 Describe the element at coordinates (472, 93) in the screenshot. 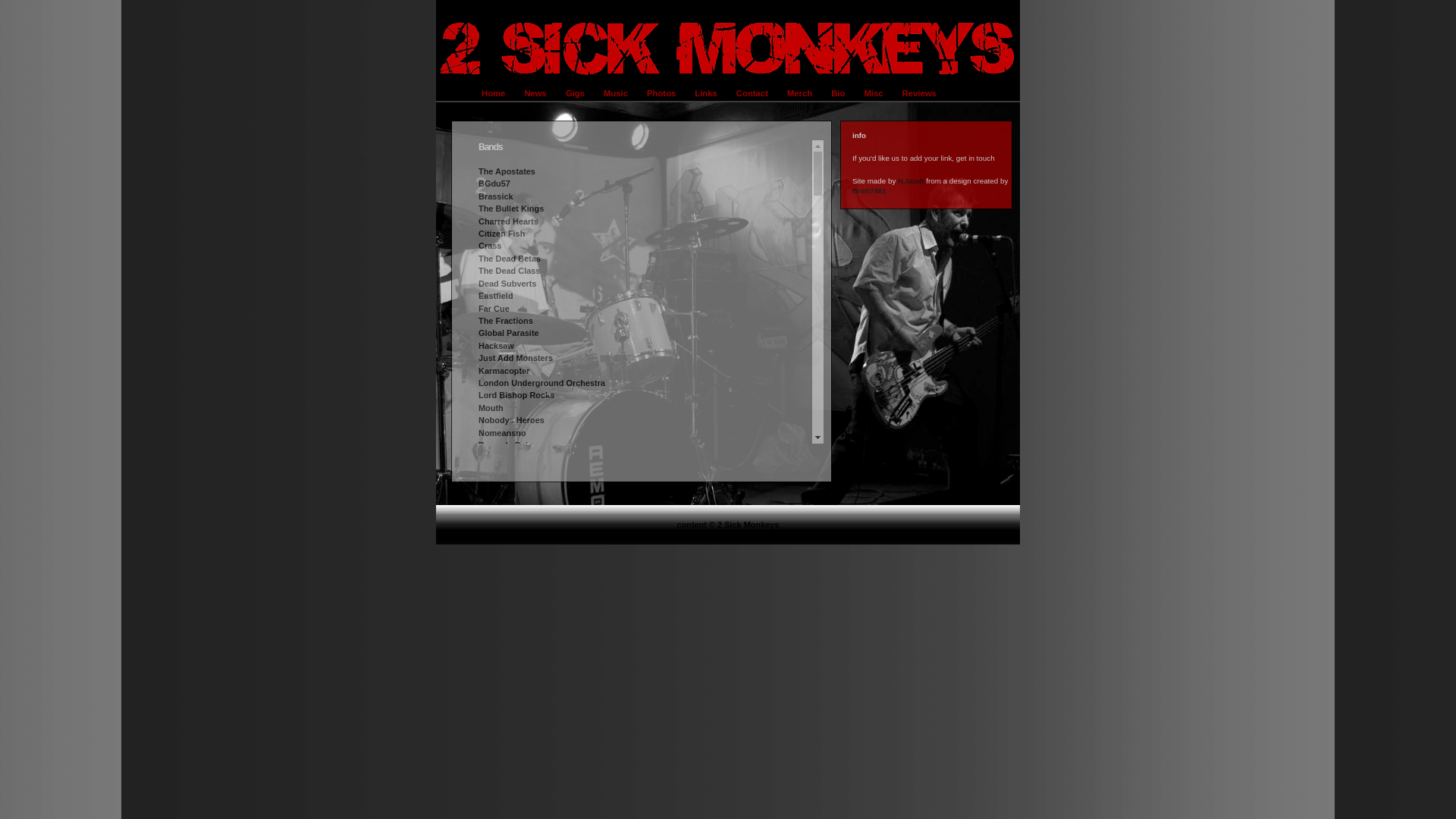

I see `'Home'` at that location.